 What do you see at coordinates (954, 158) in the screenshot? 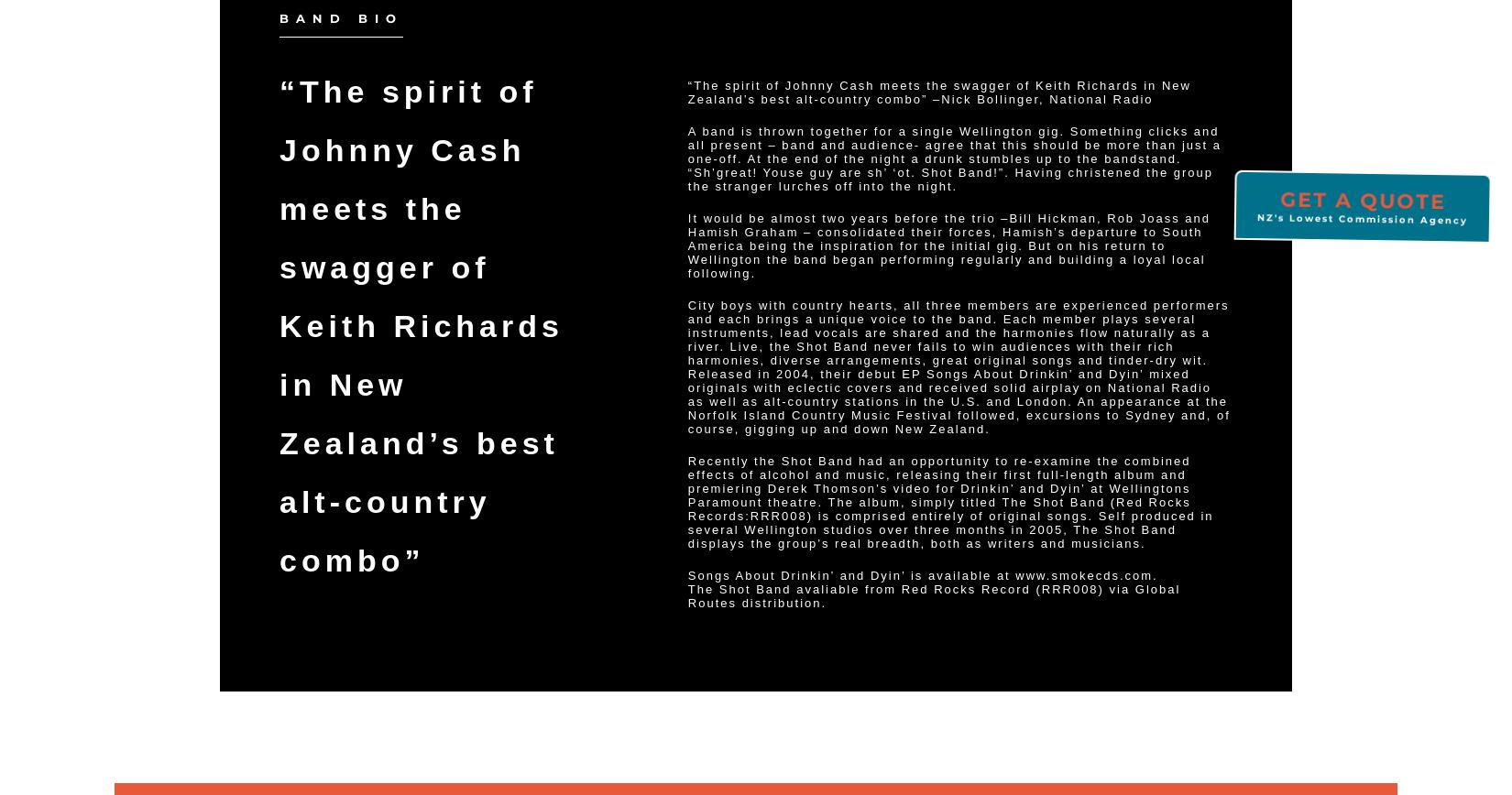
I see `'A band is thrown together for a single Wellington gig. Something clicks and all present – band and audience- agree that this should be more than just a one-off. At the end of the night a drunk stumbles up to the bandstand. “Sh’great! Youse guy are sh’ ‘ot. Shot Band!”. Having christened the group the stranger lurches off into the night.'` at bounding box center [954, 158].